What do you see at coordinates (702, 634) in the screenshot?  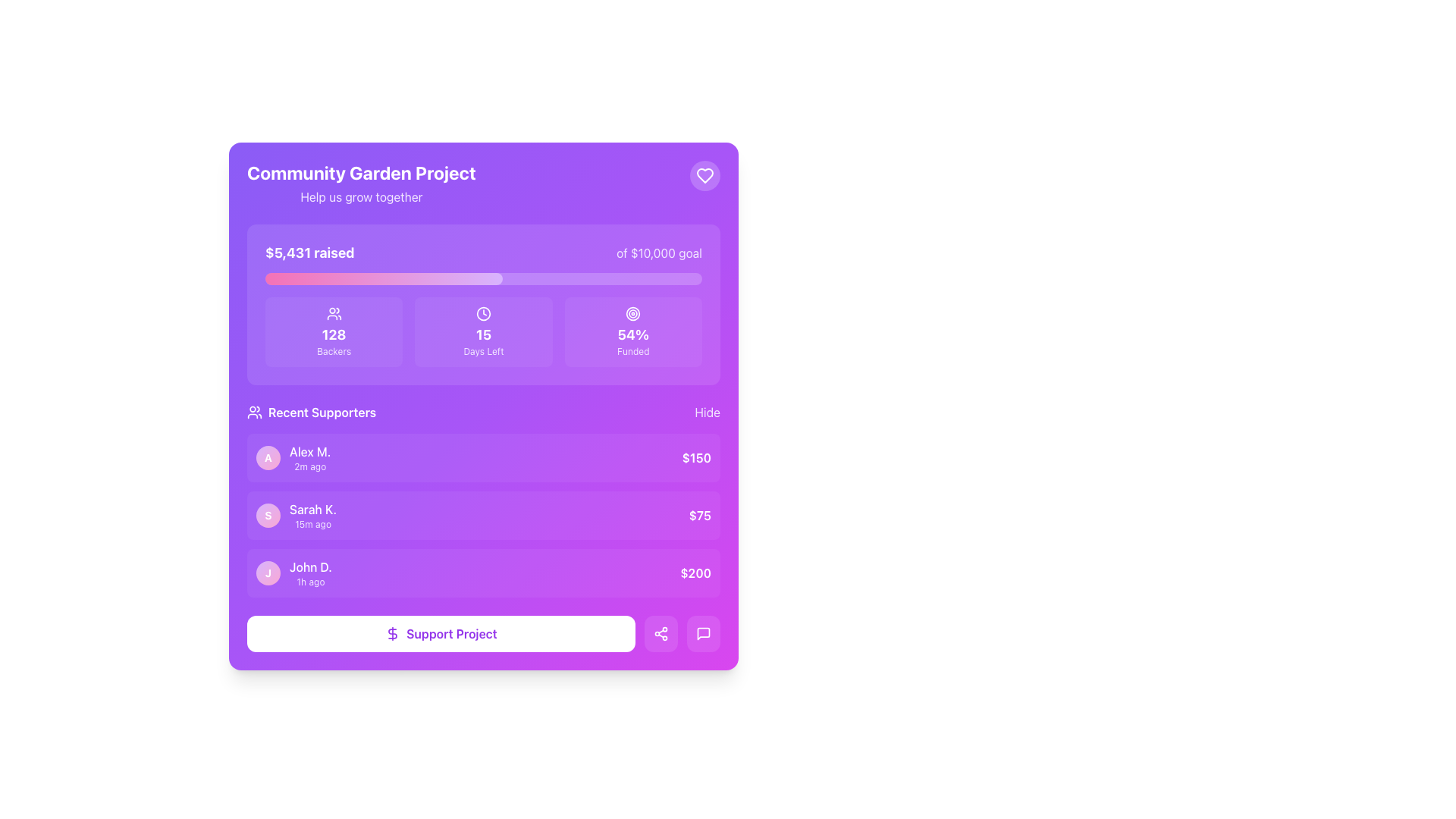 I see `the message or comment button located in the lower-right corner of the 'Support Project' section, which is the third button from the right` at bounding box center [702, 634].